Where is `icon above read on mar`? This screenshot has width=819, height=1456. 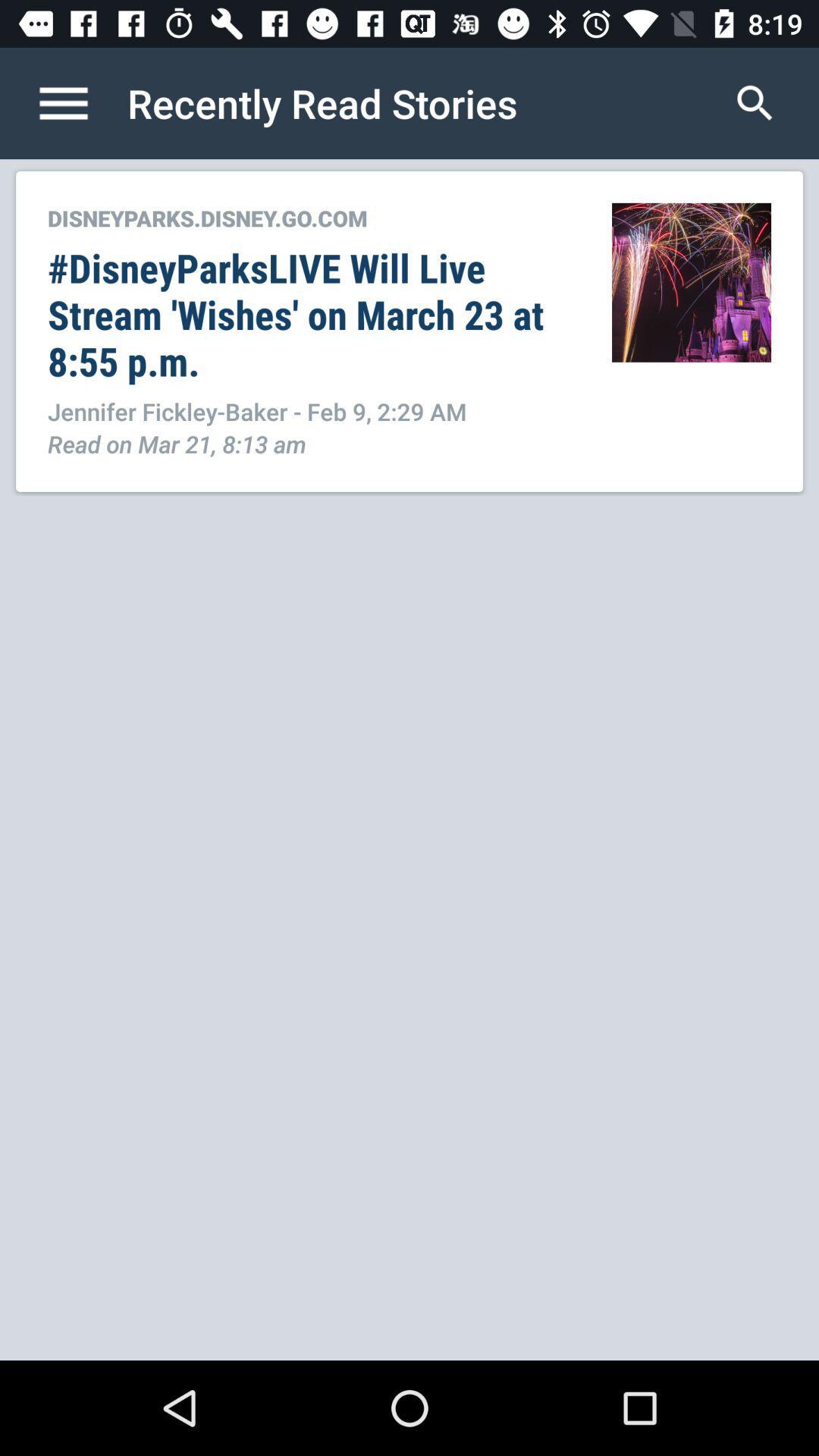
icon above read on mar is located at coordinates (312, 411).